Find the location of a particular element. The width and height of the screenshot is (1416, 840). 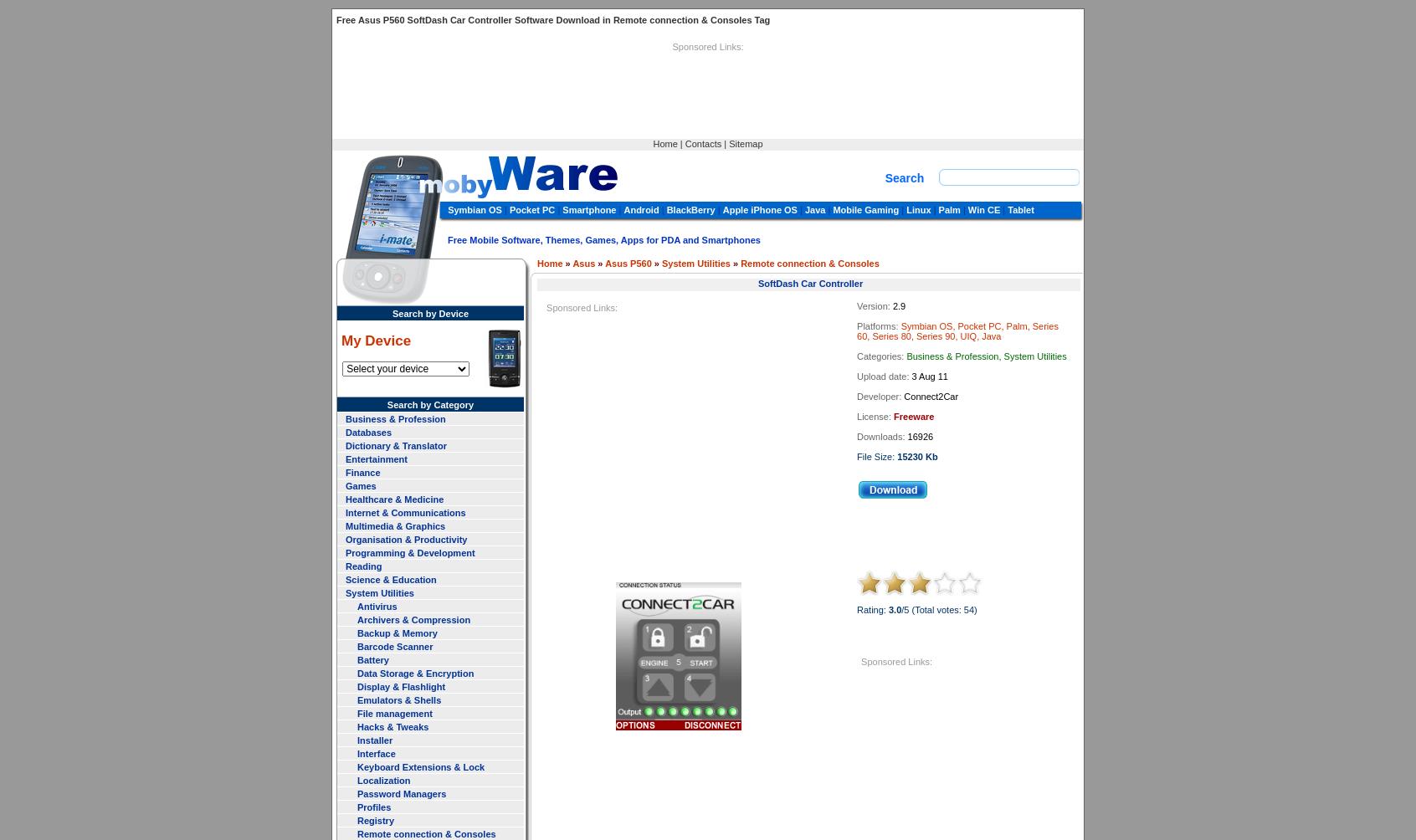

'Internet & Communications' is located at coordinates (346, 512).